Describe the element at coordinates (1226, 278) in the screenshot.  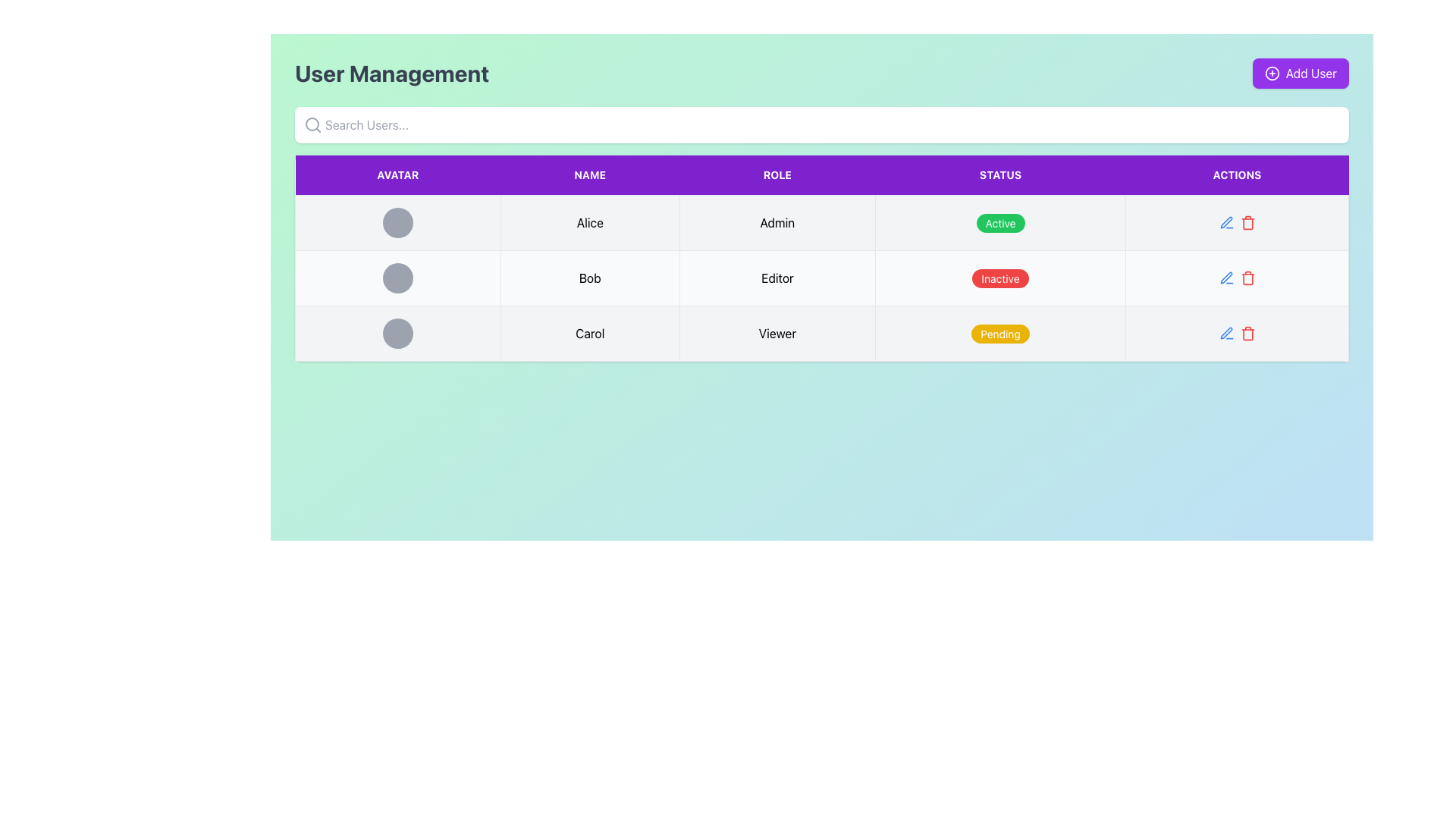
I see `the pen-shaped icon button in the 'Actions' column of the third row` at that location.